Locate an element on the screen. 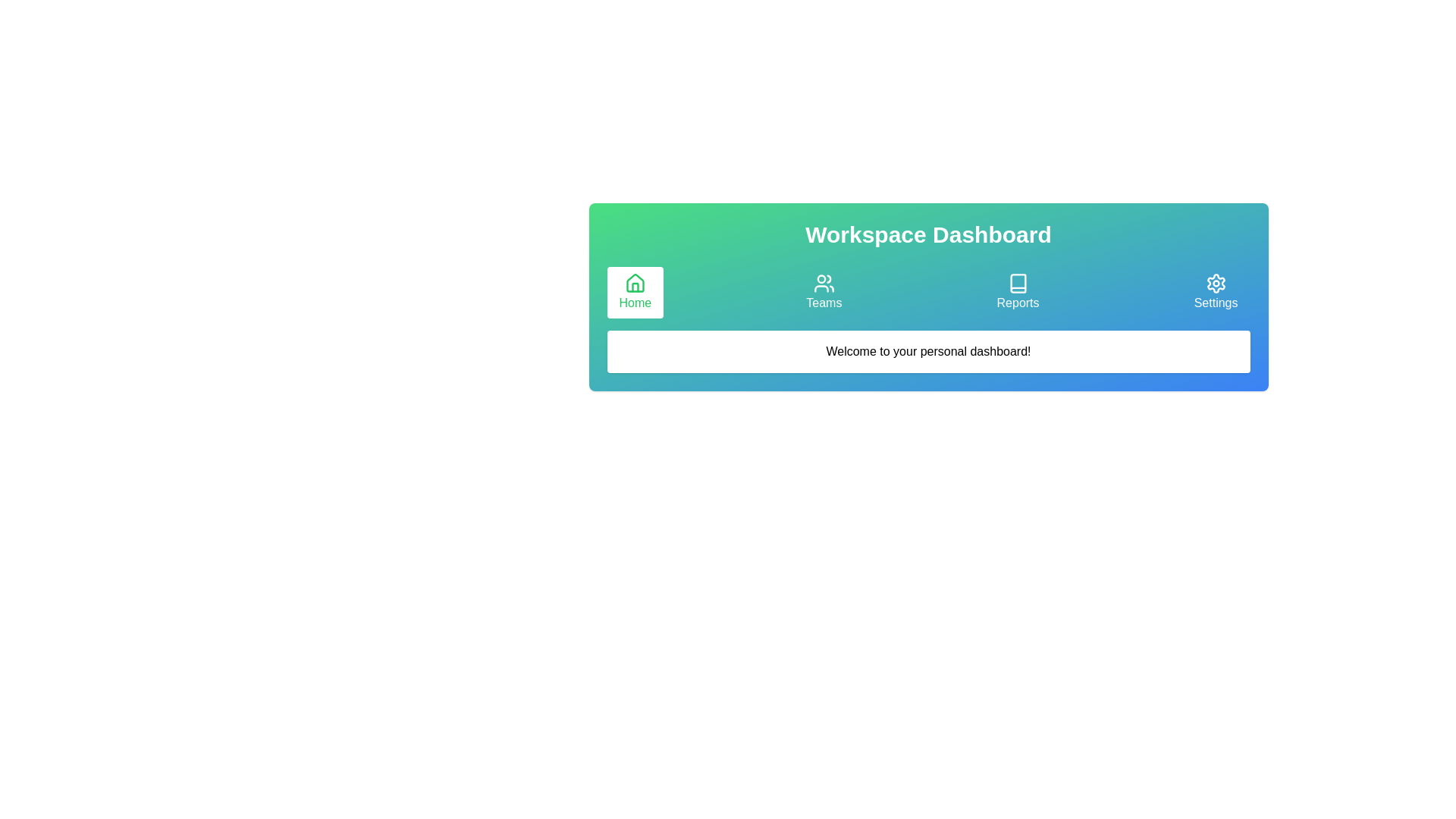 This screenshot has width=1456, height=819. the house icon in the upper navigation bar is located at coordinates (635, 283).